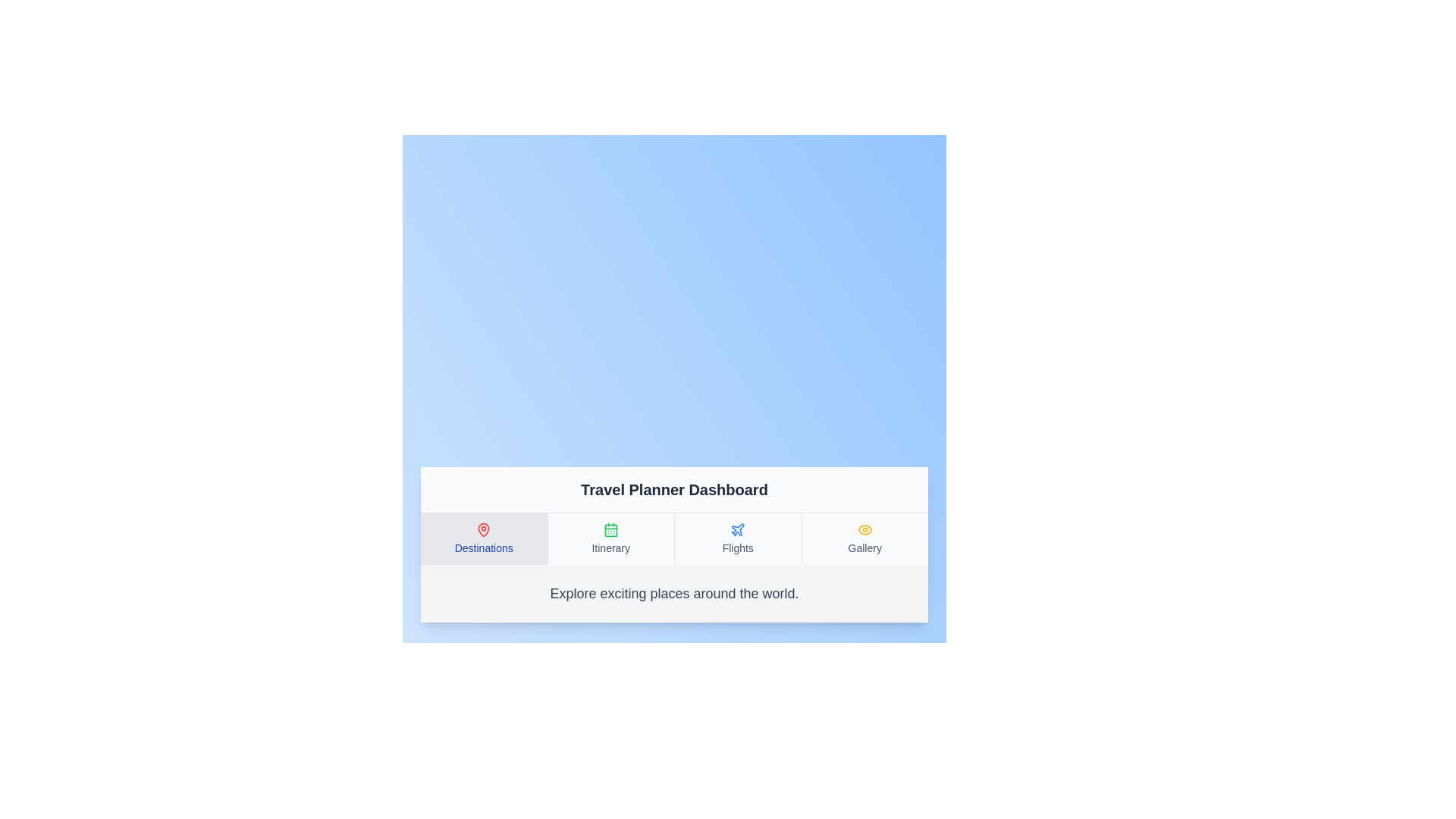 Image resolution: width=1456 pixels, height=819 pixels. What do you see at coordinates (738, 548) in the screenshot?
I see `the 'Flights' text label` at bounding box center [738, 548].